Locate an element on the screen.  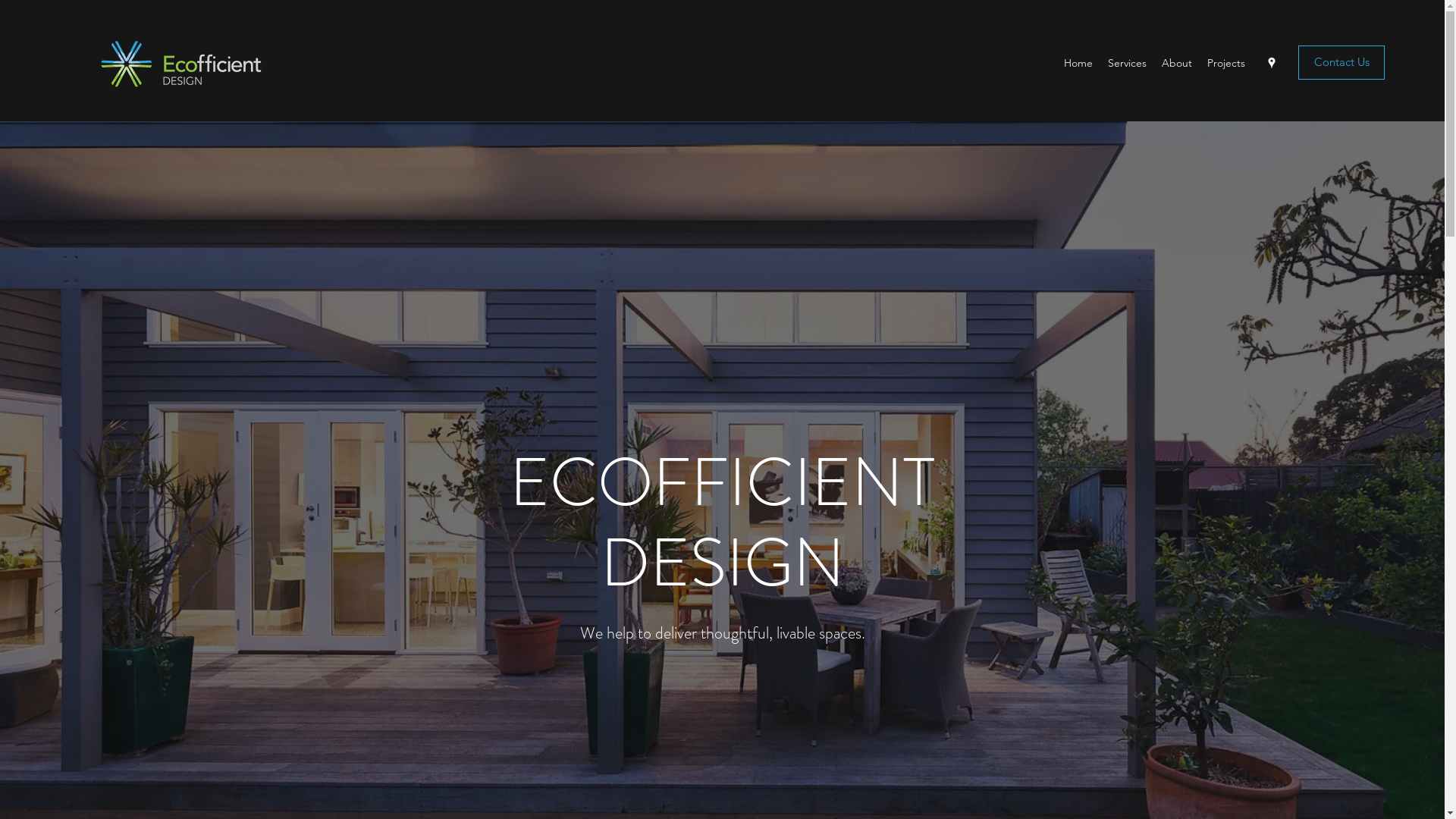
'Home' is located at coordinates (1055, 62).